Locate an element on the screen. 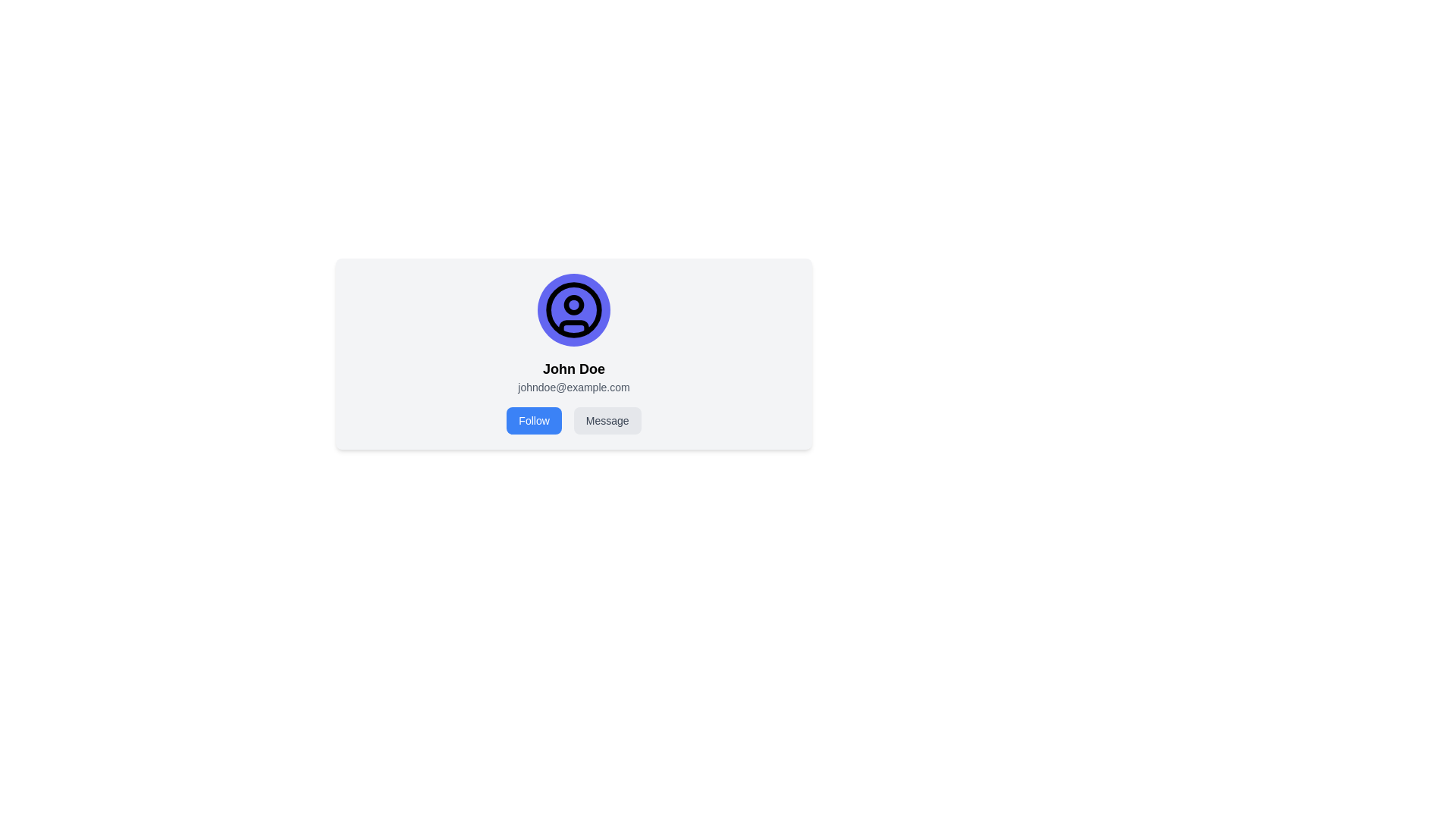 Image resolution: width=1456 pixels, height=819 pixels. the 'Message' button, which is a rectangular button with rounded corners, gray background, and black text, located to the right of the 'Follow' button is located at coordinates (607, 421).